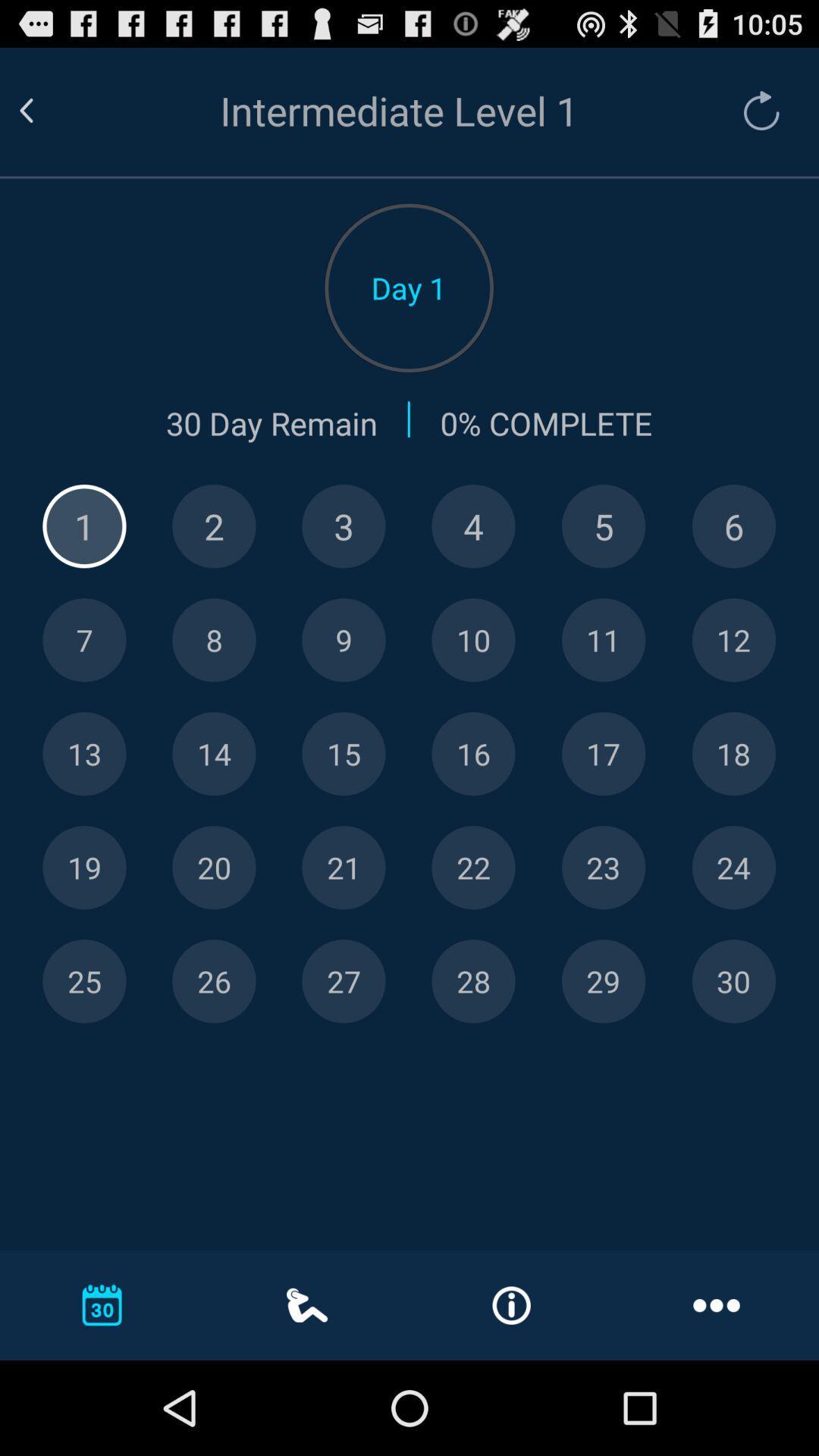  What do you see at coordinates (733, 981) in the screenshot?
I see `date` at bounding box center [733, 981].